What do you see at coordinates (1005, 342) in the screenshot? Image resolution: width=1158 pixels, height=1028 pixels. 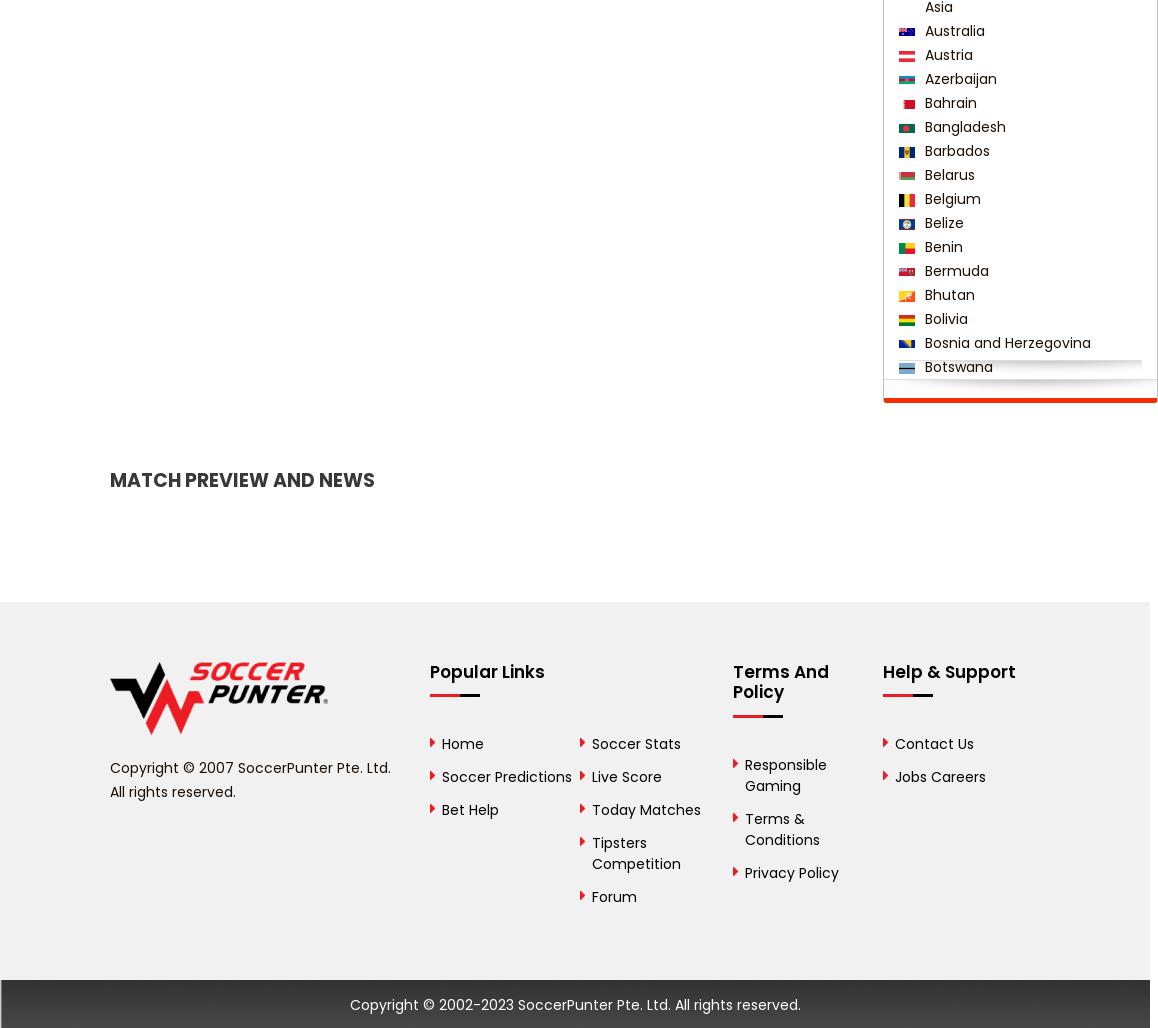 I see `'Bosnia and Herzegovina'` at bounding box center [1005, 342].